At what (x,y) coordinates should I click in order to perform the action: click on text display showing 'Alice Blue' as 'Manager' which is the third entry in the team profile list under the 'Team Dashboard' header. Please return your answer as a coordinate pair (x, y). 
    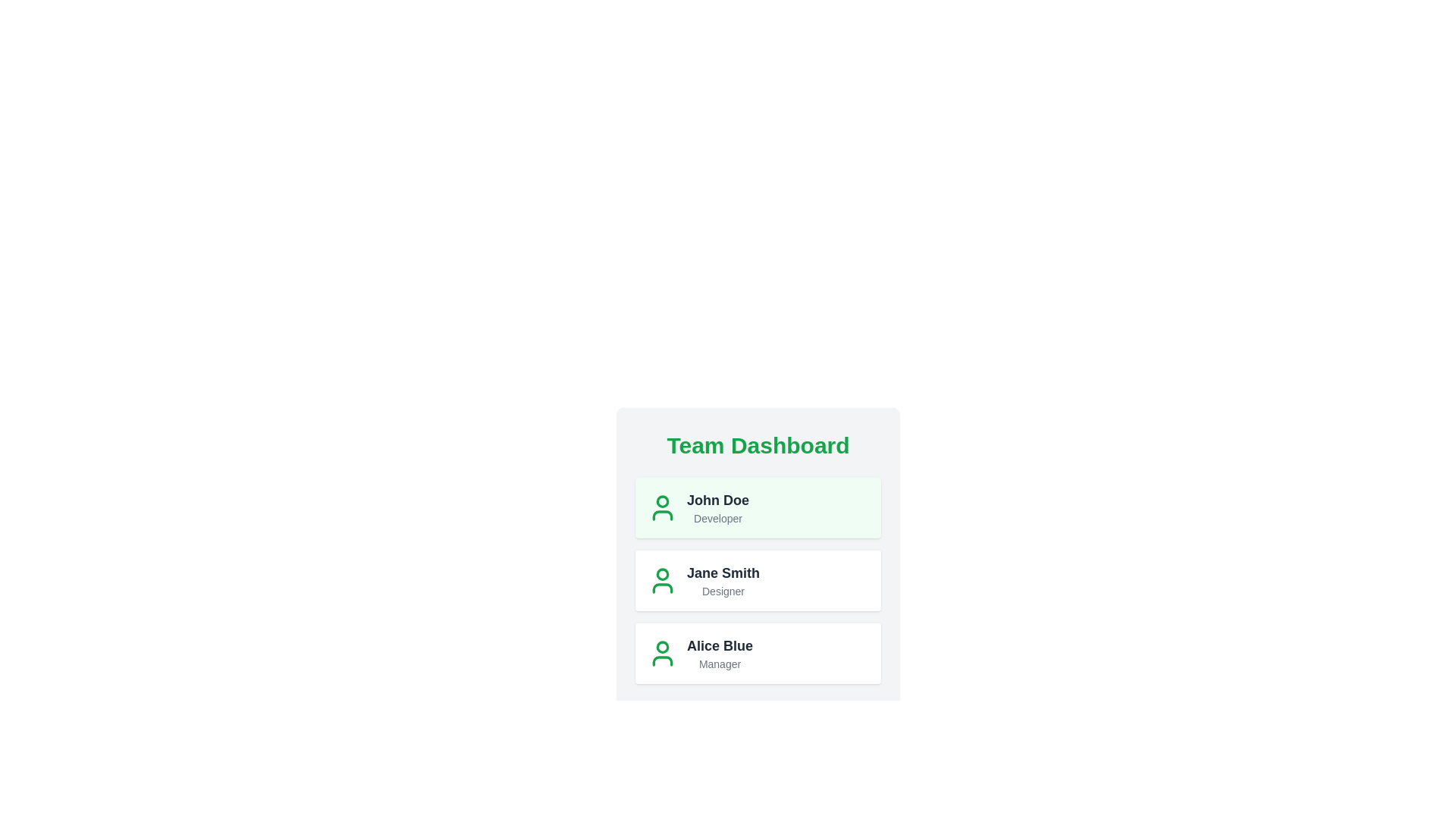
    Looking at the image, I should click on (719, 652).